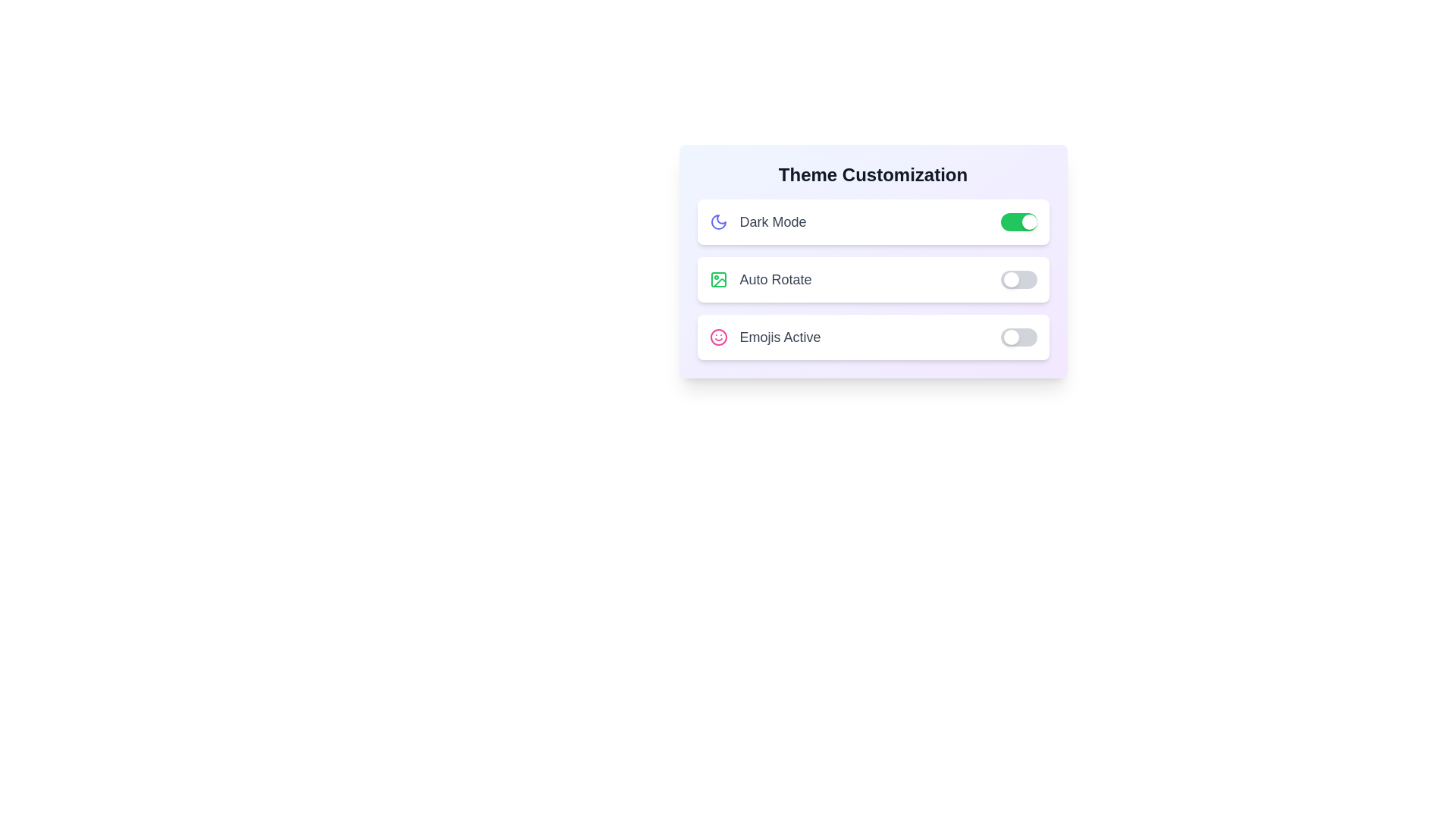 The width and height of the screenshot is (1456, 819). Describe the element at coordinates (873, 336) in the screenshot. I see `the third card in the 'Theme Customization' section to enable additional context or feedback regarding the 'Emojis Active' toggle switch` at that location.